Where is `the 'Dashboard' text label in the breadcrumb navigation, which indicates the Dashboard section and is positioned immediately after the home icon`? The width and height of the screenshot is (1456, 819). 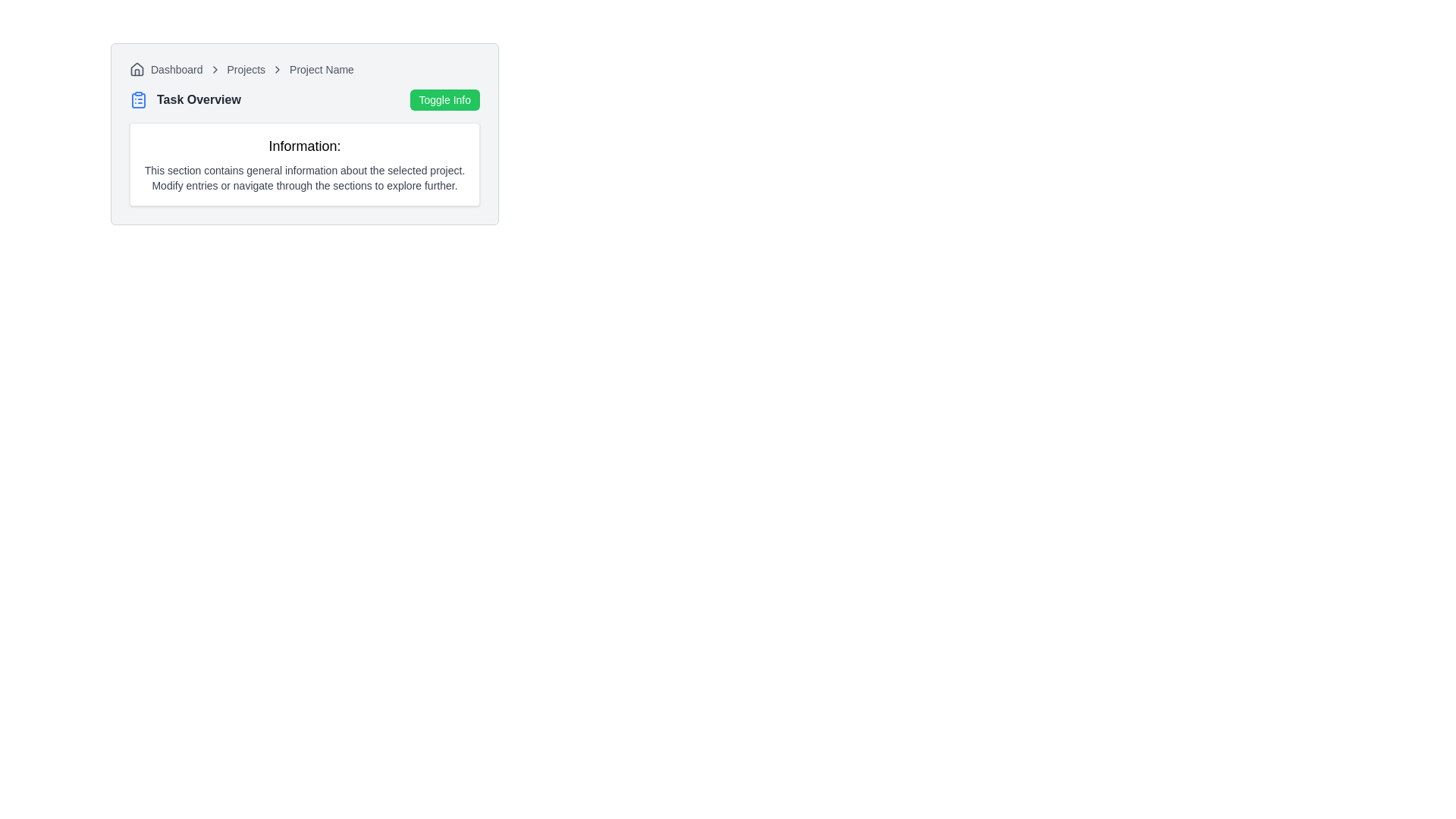 the 'Dashboard' text label in the breadcrumb navigation, which indicates the Dashboard section and is positioned immediately after the home icon is located at coordinates (177, 70).